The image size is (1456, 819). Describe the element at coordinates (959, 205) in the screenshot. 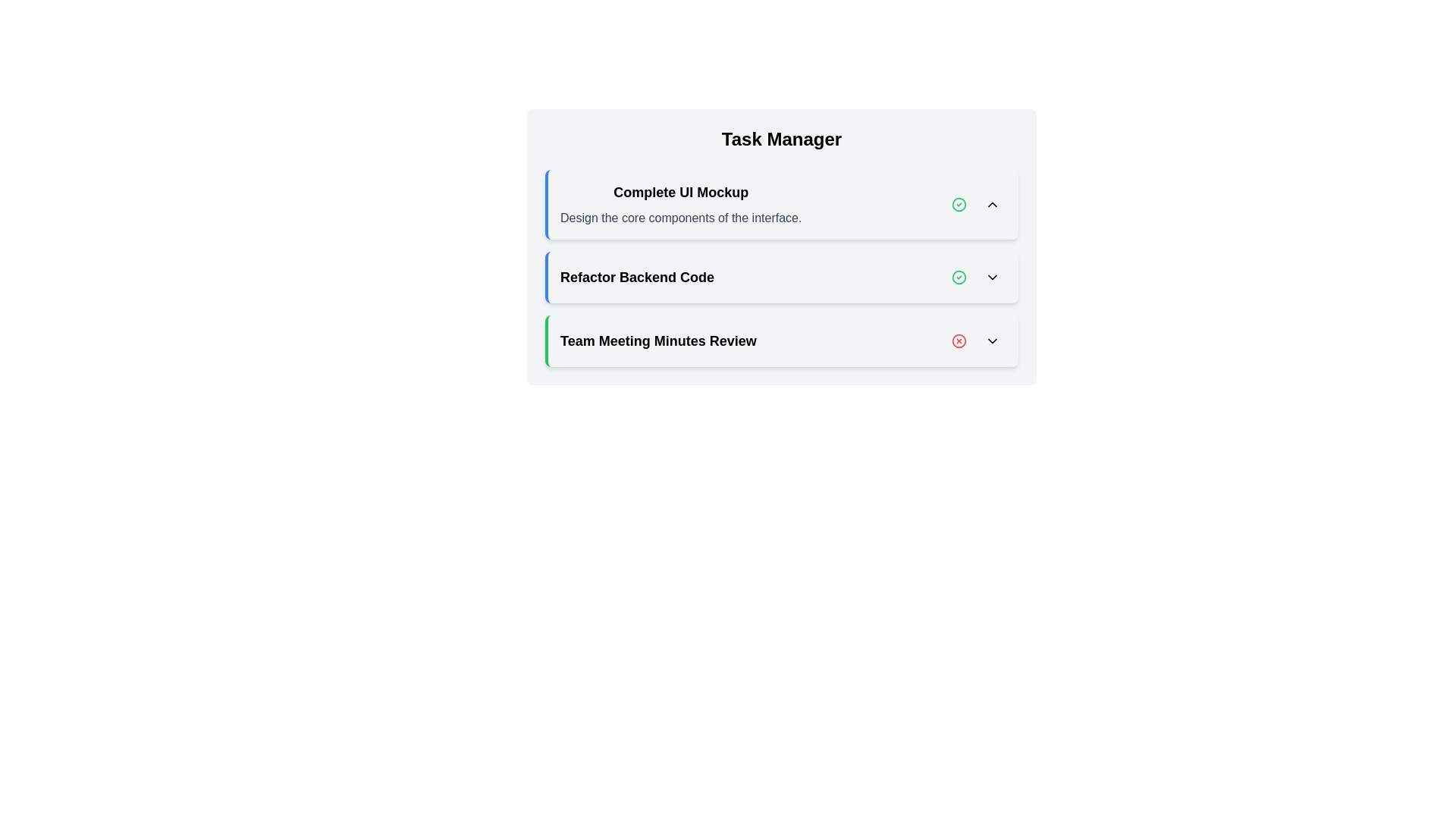

I see `the circular icon with a green outer border and a checkmark symbol` at that location.